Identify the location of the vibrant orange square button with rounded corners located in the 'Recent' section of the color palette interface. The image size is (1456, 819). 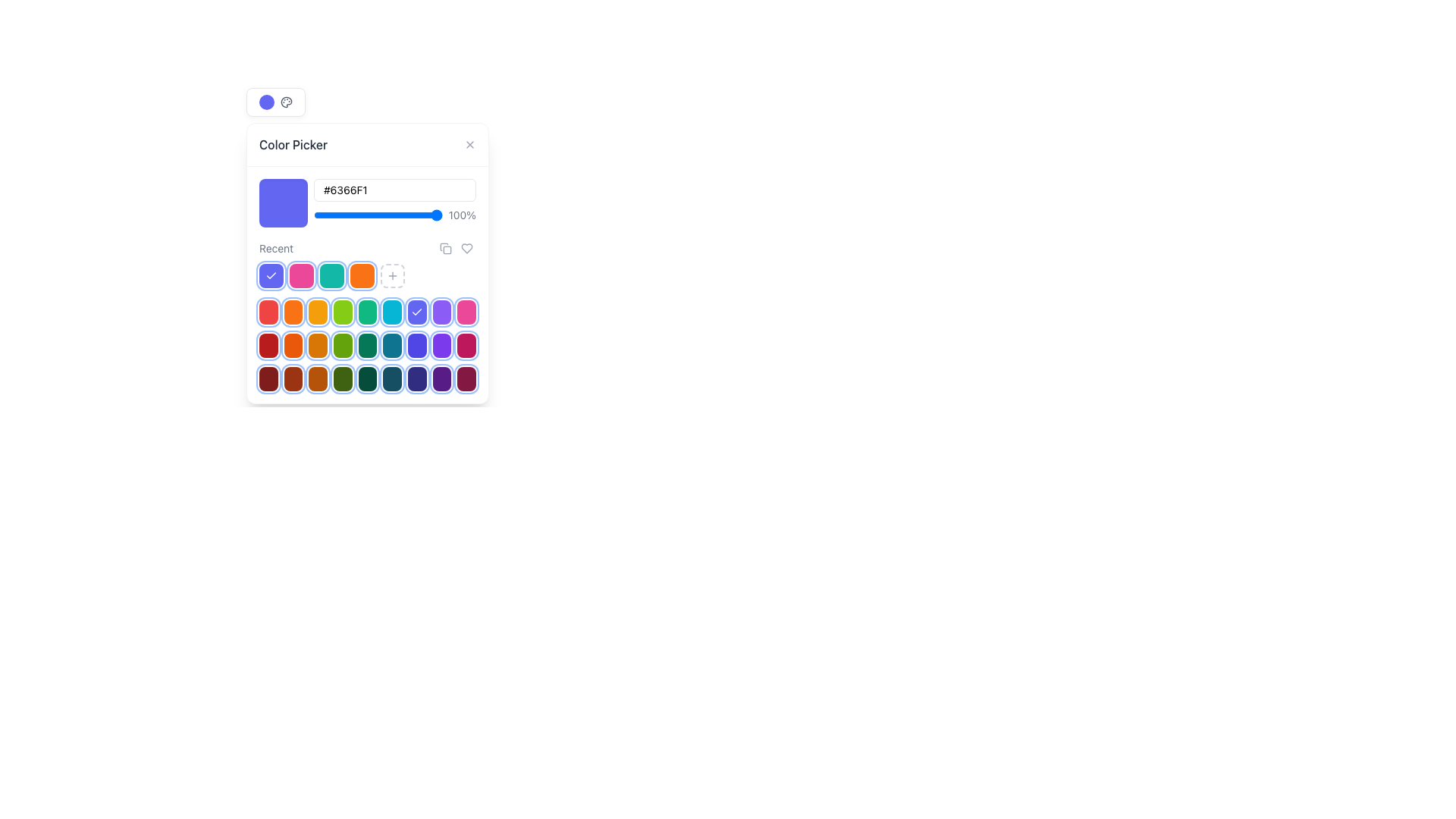
(293, 312).